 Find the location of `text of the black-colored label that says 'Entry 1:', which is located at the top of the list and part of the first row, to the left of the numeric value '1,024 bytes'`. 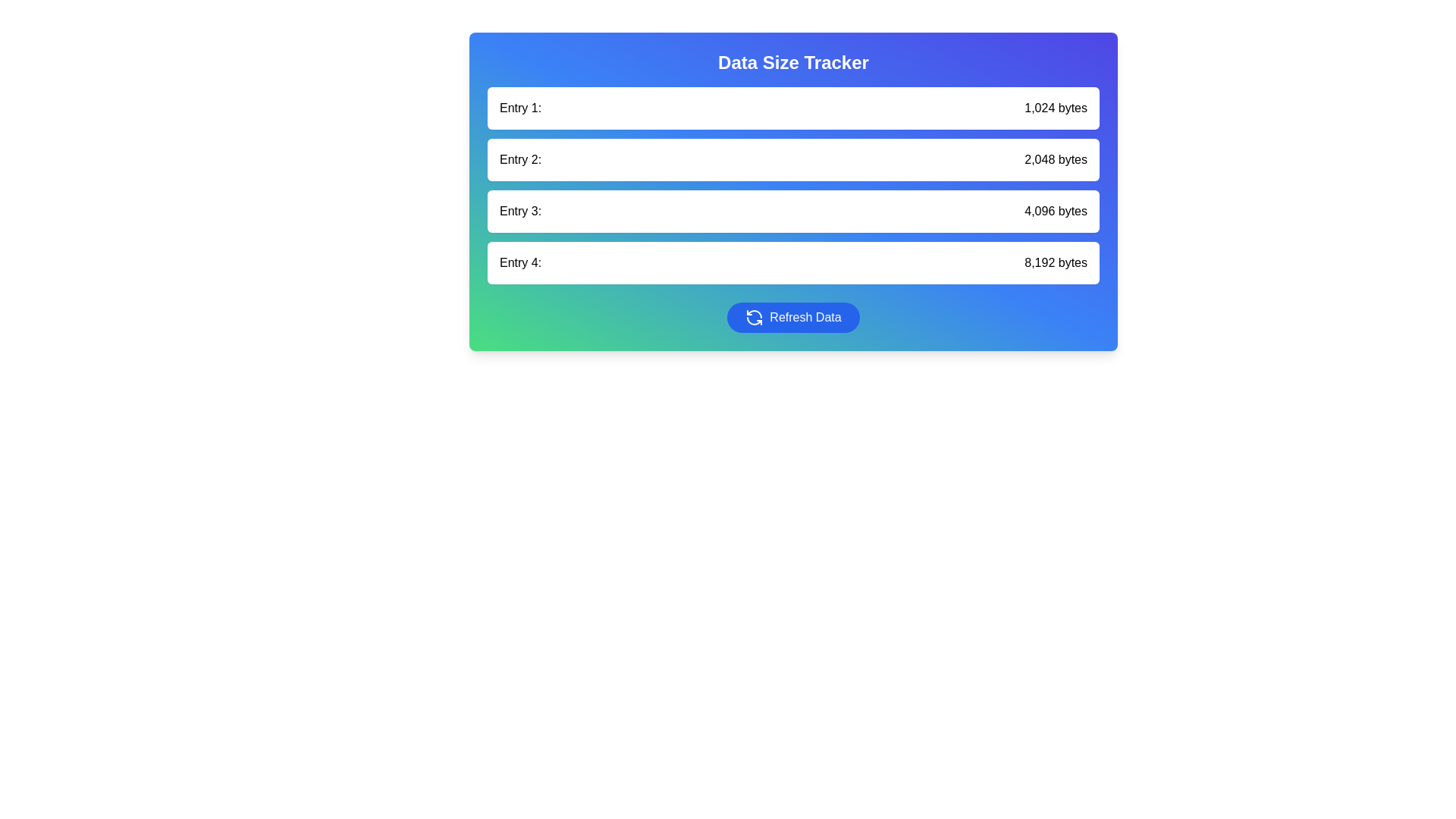

text of the black-colored label that says 'Entry 1:', which is located at the top of the list and part of the first row, to the left of the numeric value '1,024 bytes' is located at coordinates (520, 107).